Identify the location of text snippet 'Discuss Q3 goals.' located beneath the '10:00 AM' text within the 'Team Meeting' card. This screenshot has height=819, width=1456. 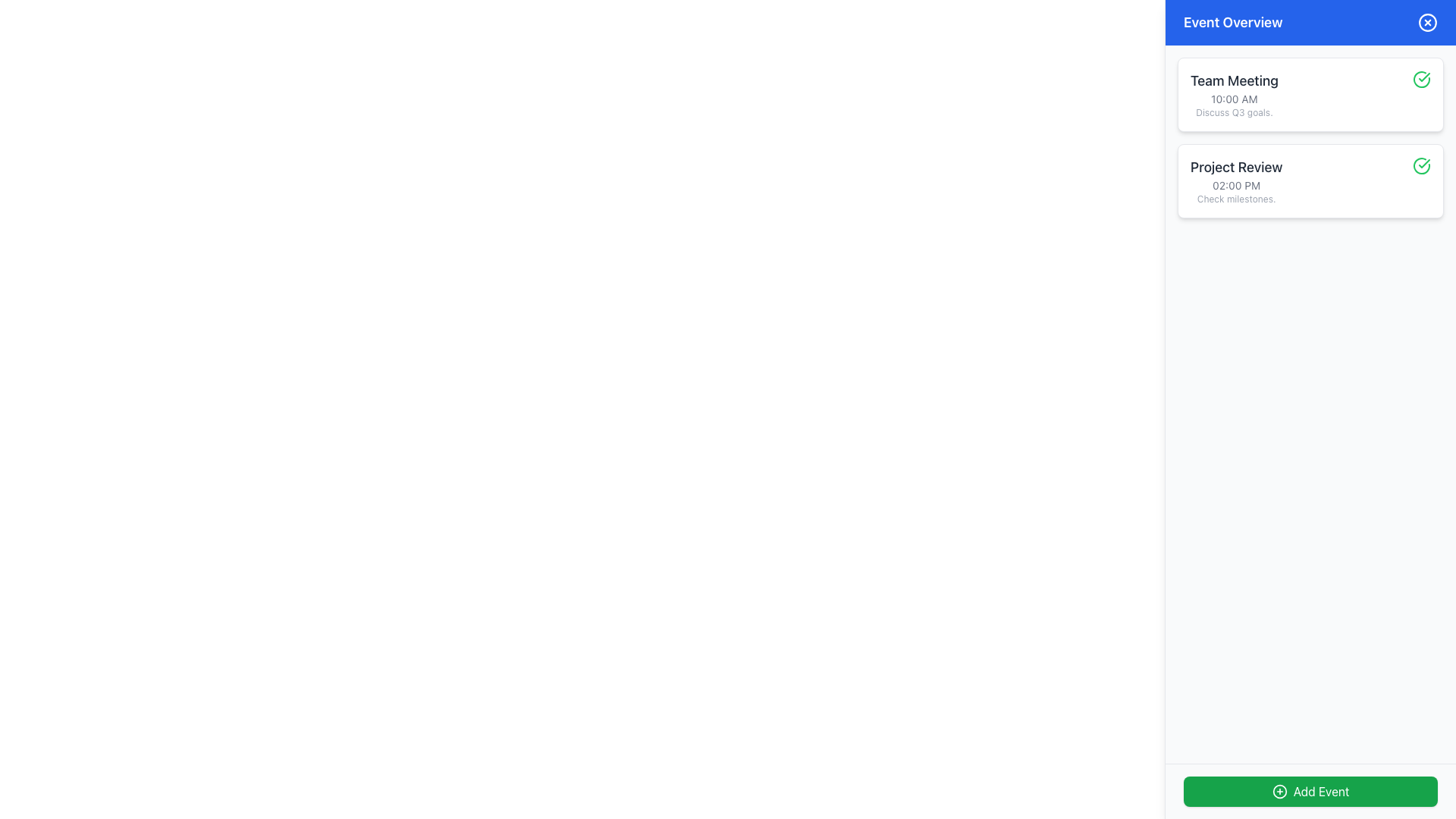
(1234, 112).